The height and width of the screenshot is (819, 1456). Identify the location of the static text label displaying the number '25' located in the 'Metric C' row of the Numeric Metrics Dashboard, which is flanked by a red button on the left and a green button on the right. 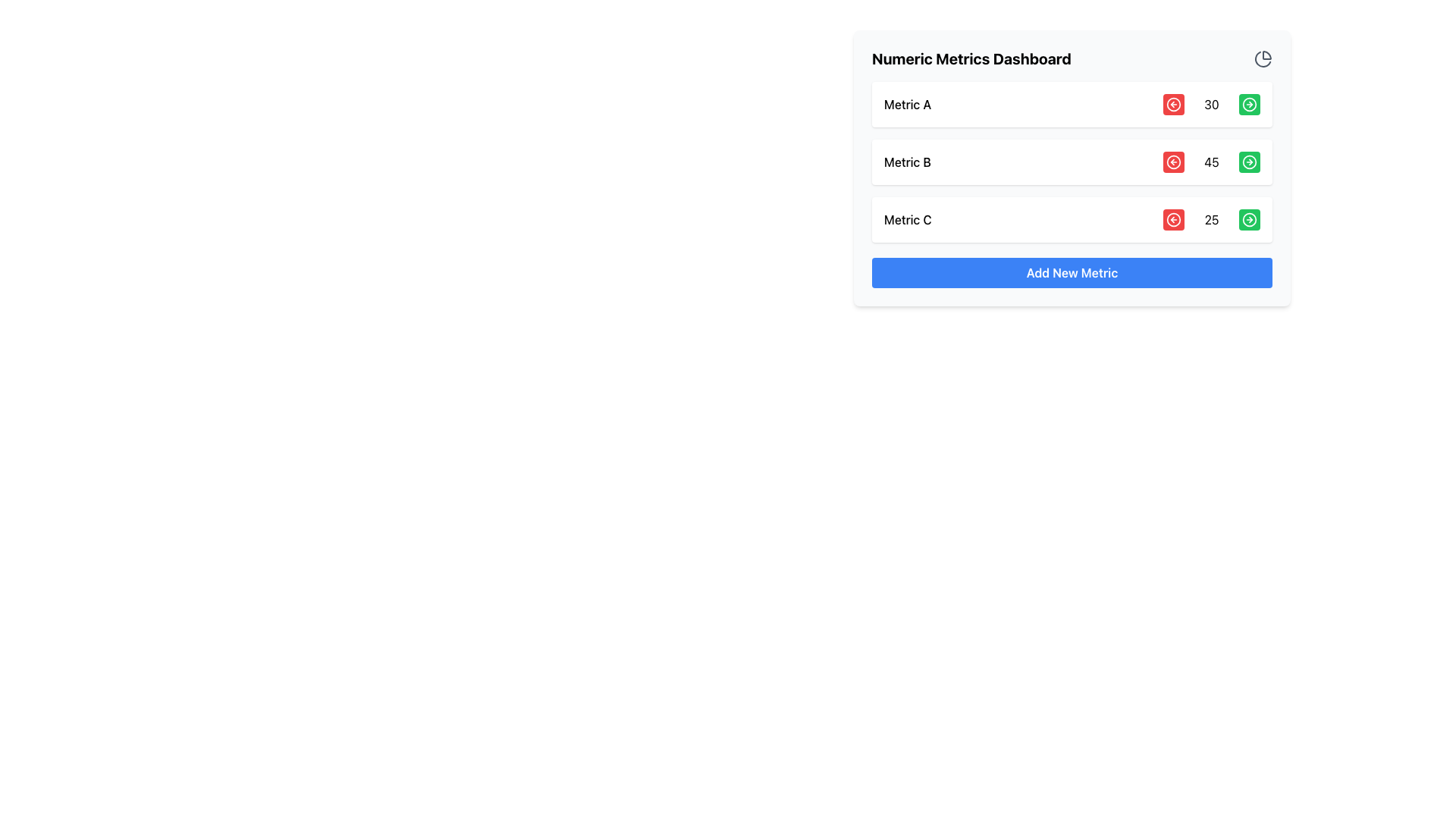
(1211, 219).